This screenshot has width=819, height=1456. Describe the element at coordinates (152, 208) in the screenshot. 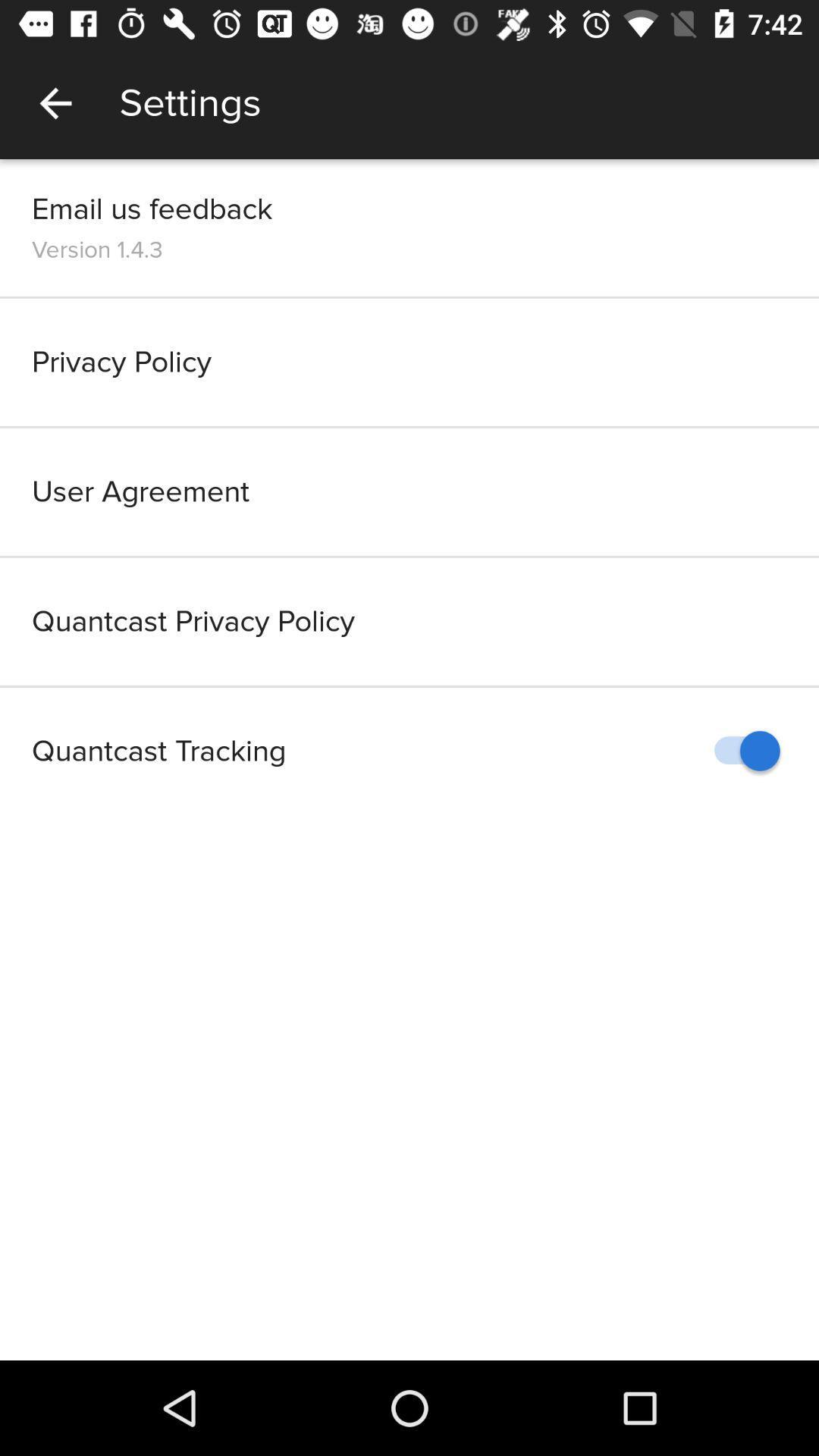

I see `the email us feedback icon` at that location.